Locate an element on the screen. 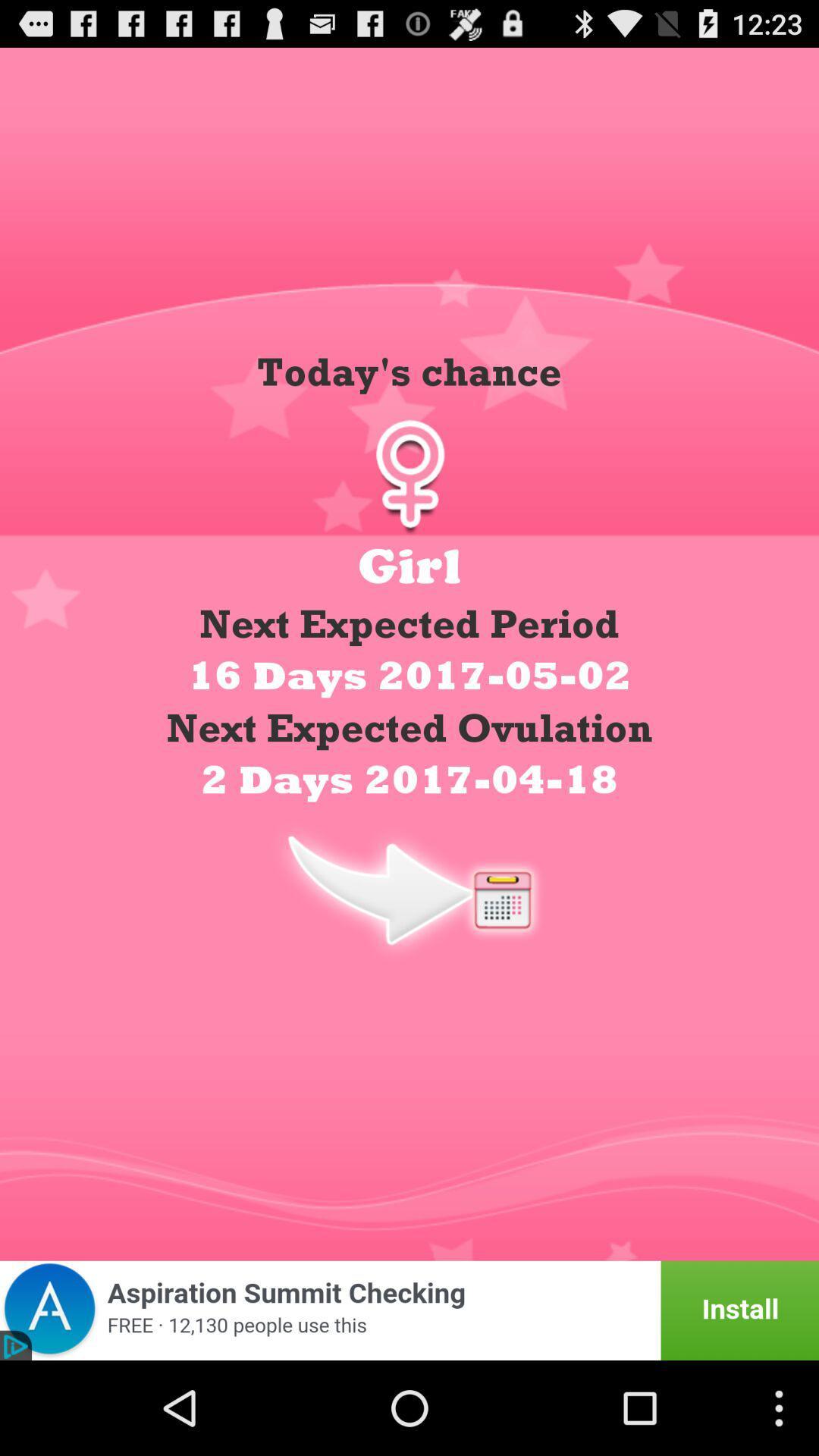 Image resolution: width=819 pixels, height=1456 pixels. calendar date display is located at coordinates (409, 889).